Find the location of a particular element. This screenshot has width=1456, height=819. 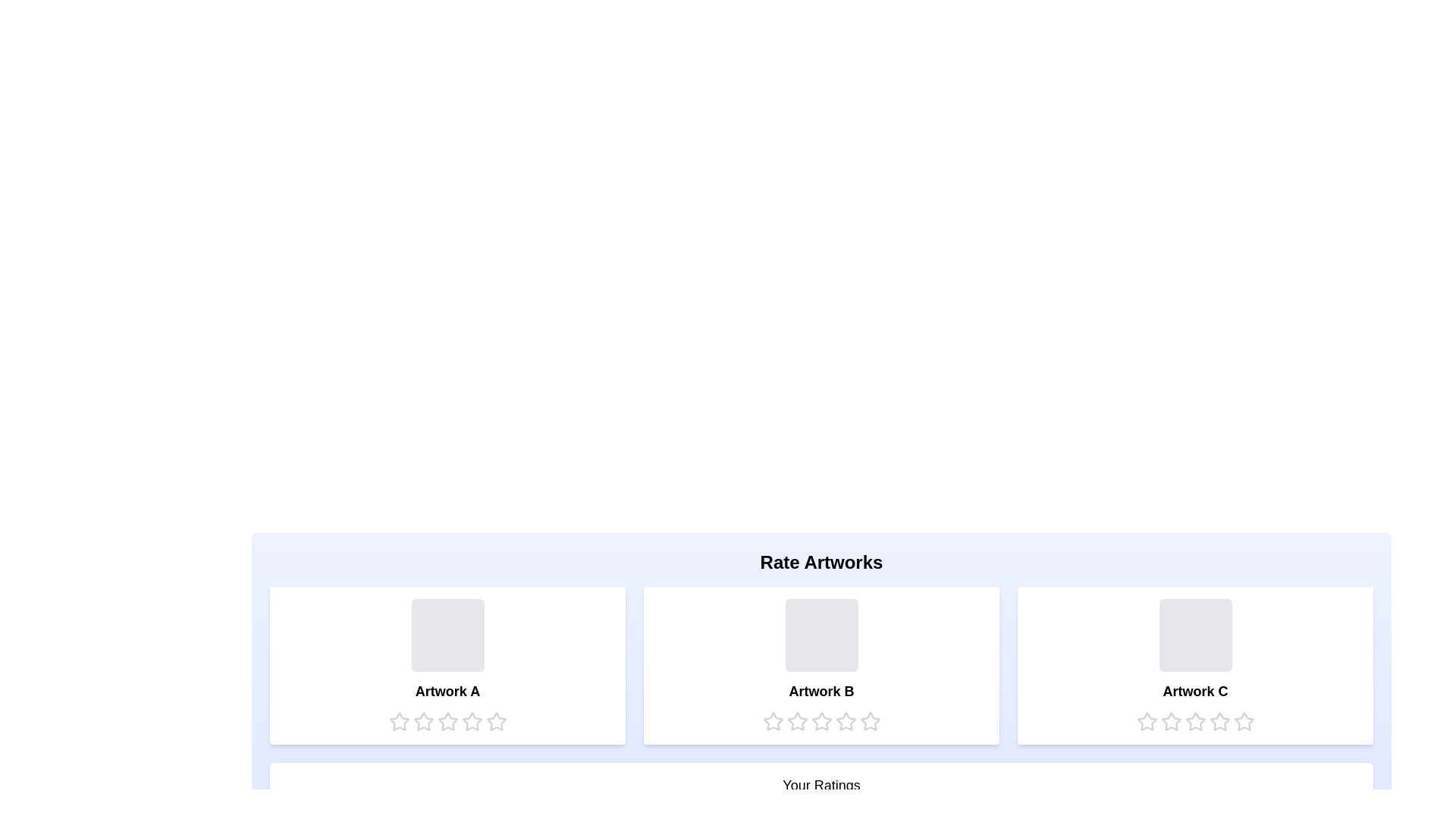

the star corresponding to the rating 5 for the artwork Artwork C is located at coordinates (1244, 721).